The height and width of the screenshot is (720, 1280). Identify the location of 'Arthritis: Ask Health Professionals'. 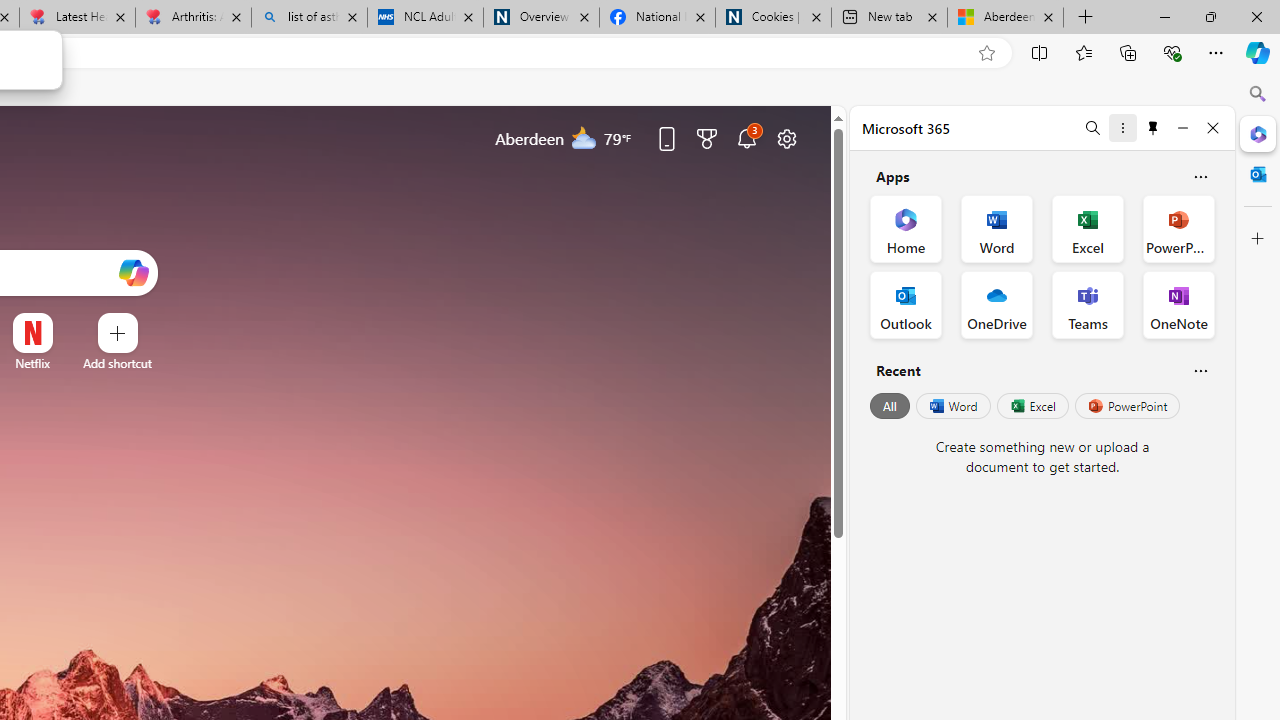
(193, 17).